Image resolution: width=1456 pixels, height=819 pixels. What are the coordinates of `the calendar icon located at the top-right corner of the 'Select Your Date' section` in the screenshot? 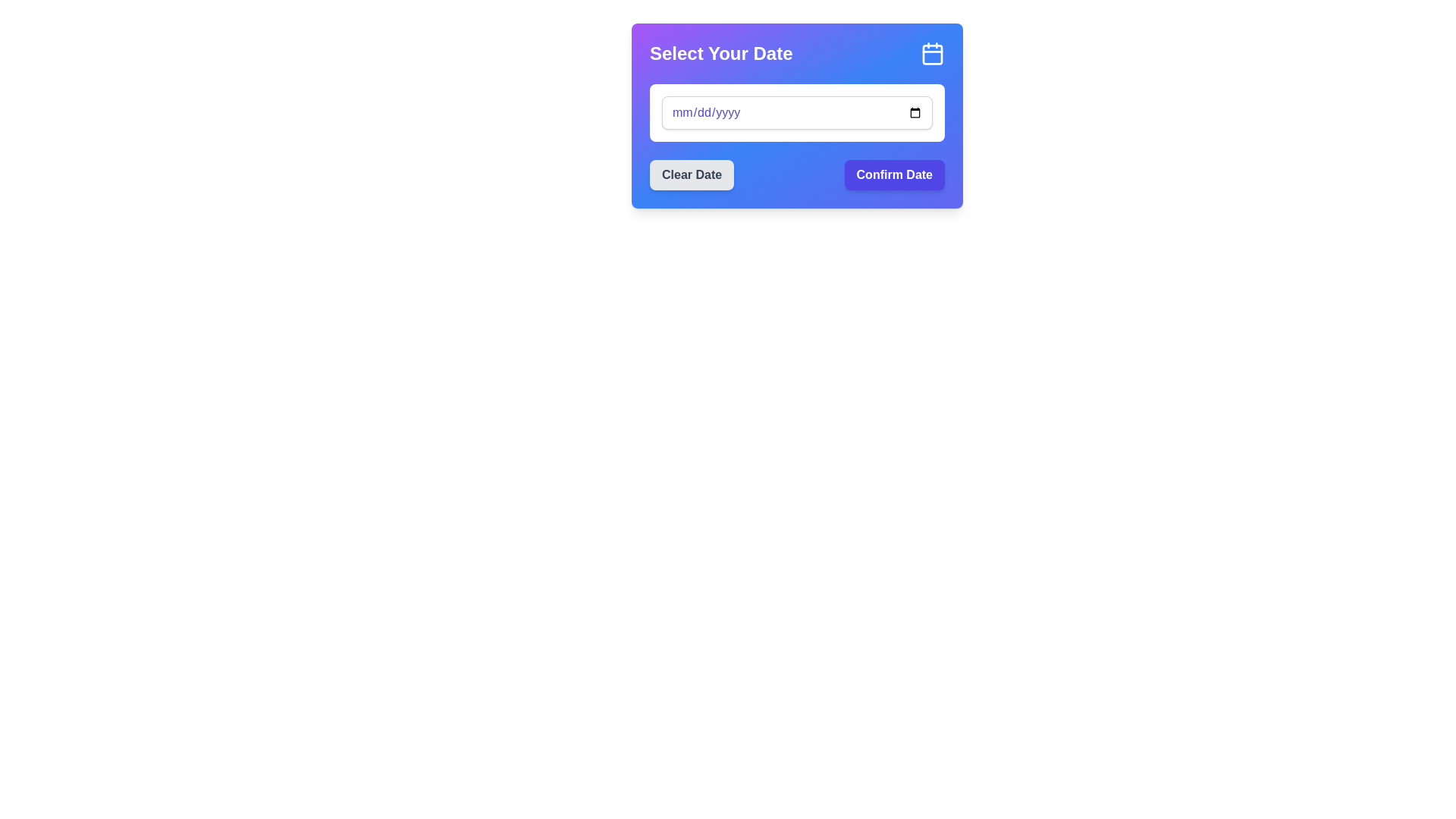 It's located at (931, 52).